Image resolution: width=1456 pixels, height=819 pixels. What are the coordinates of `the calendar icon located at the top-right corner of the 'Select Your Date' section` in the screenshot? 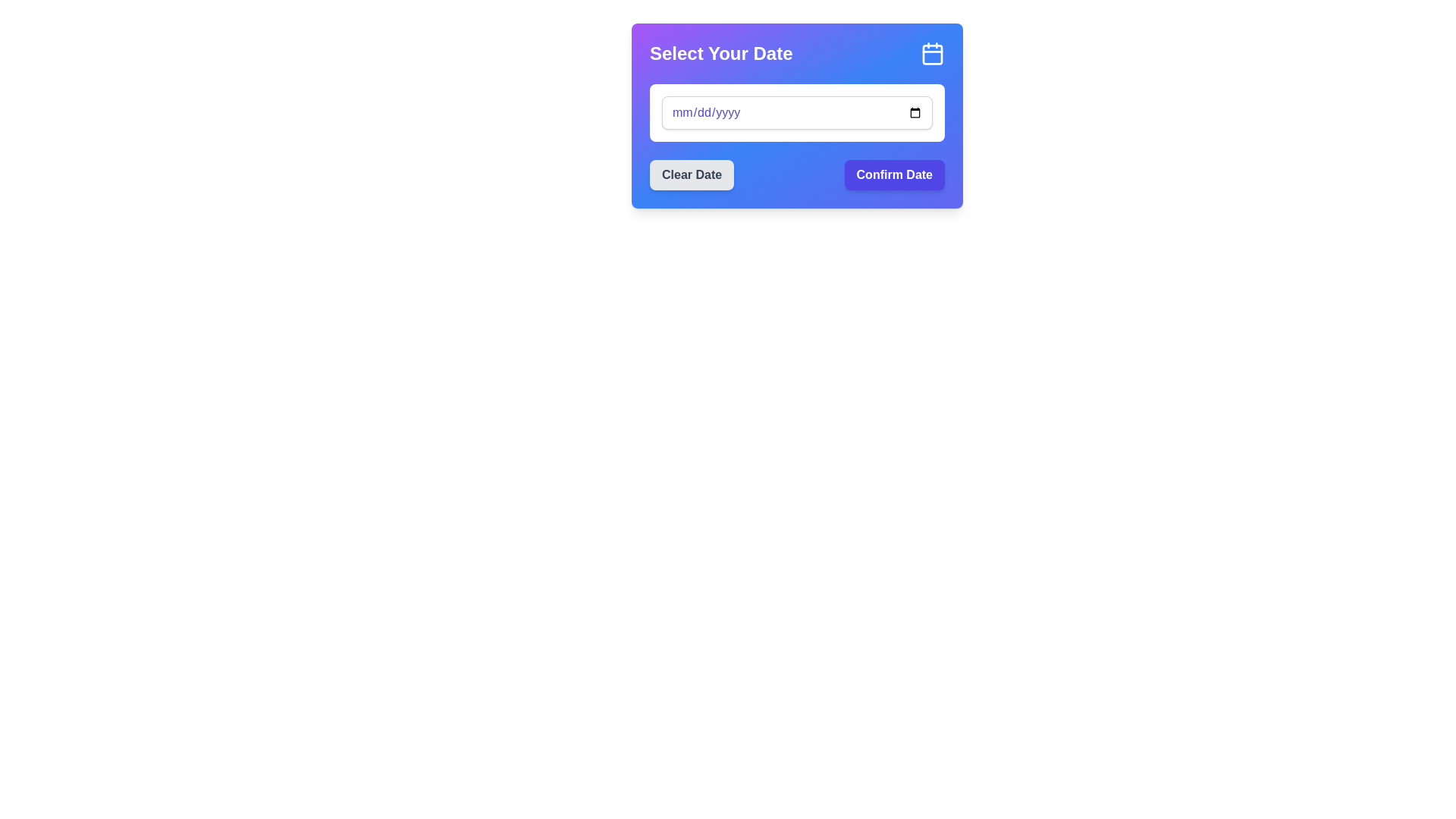 It's located at (931, 52).